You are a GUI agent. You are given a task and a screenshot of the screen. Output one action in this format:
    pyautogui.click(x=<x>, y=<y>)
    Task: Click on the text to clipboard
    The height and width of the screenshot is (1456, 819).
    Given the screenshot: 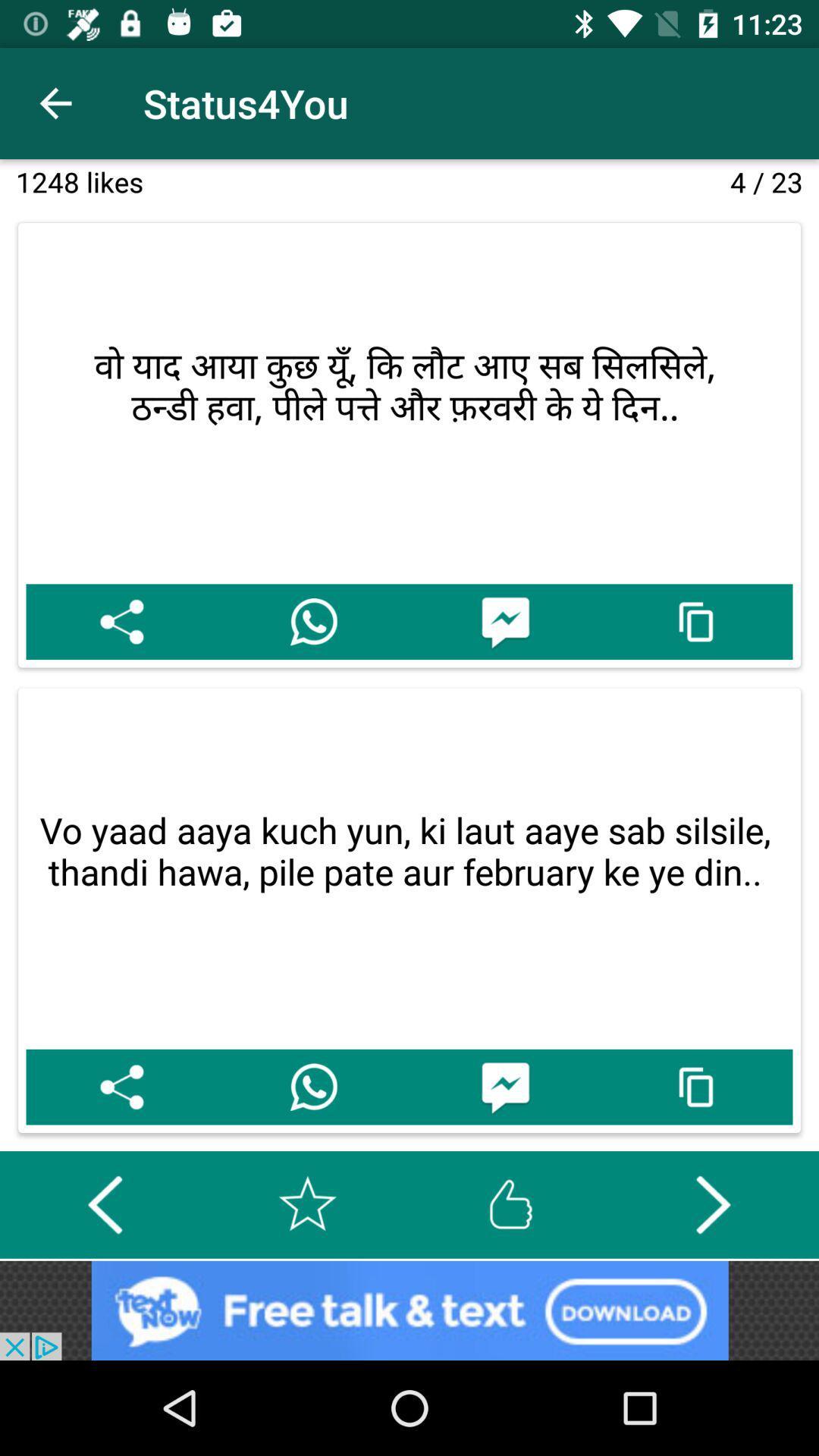 What is the action you would take?
    pyautogui.click(x=697, y=1086)
    